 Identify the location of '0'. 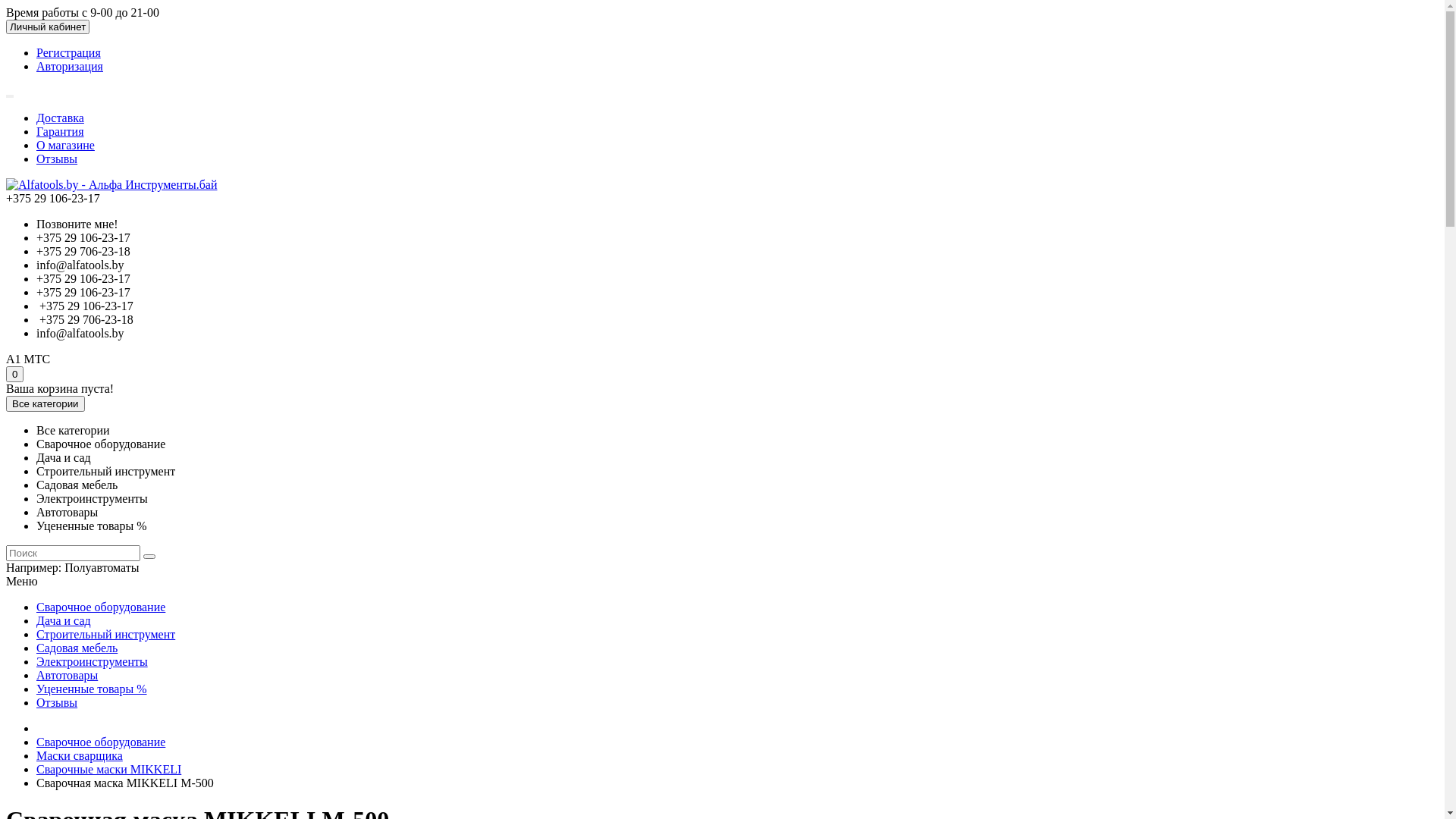
(14, 374).